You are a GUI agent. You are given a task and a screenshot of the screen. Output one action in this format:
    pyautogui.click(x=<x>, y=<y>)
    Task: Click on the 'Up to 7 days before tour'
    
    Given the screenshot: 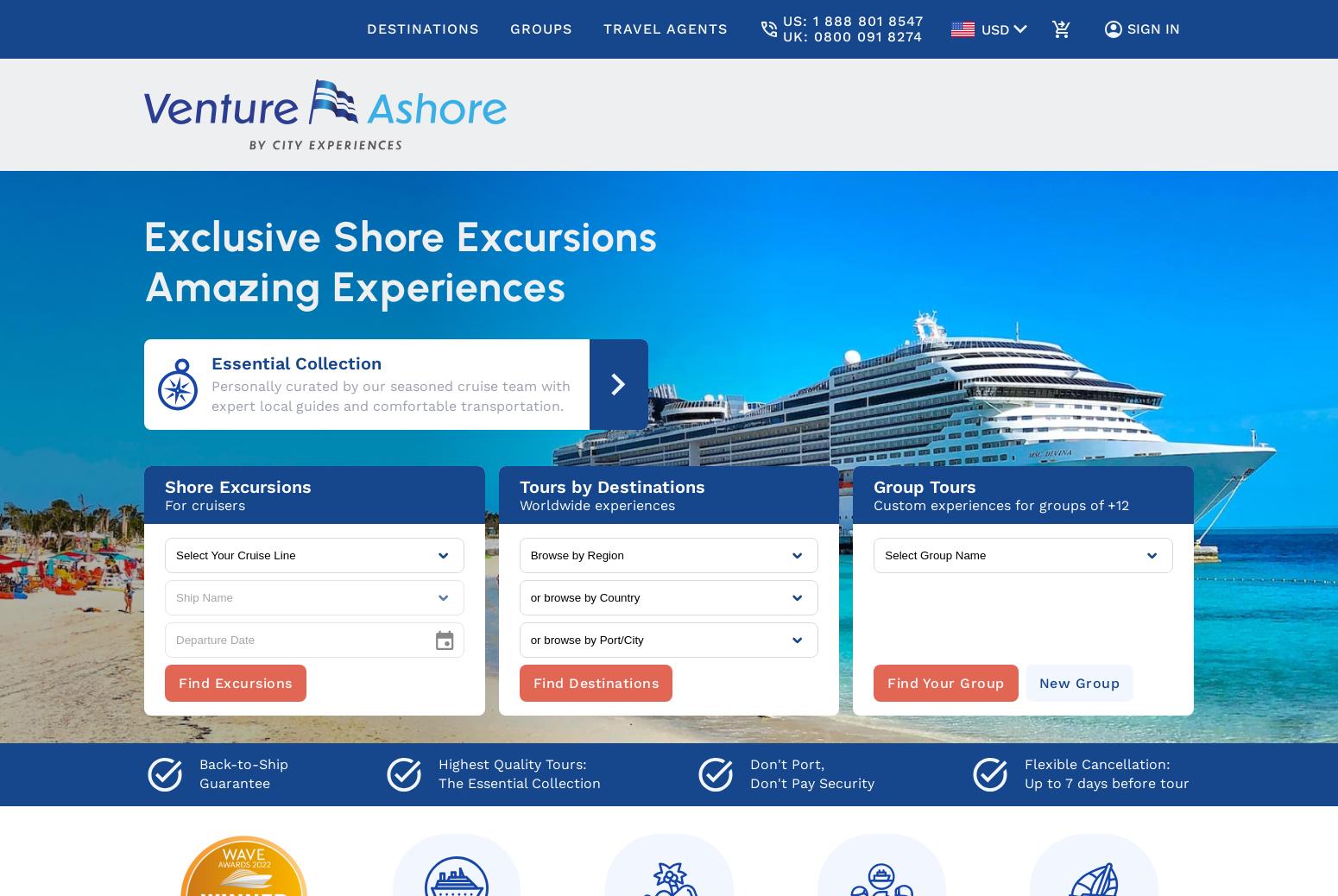 What is the action you would take?
    pyautogui.click(x=1024, y=783)
    